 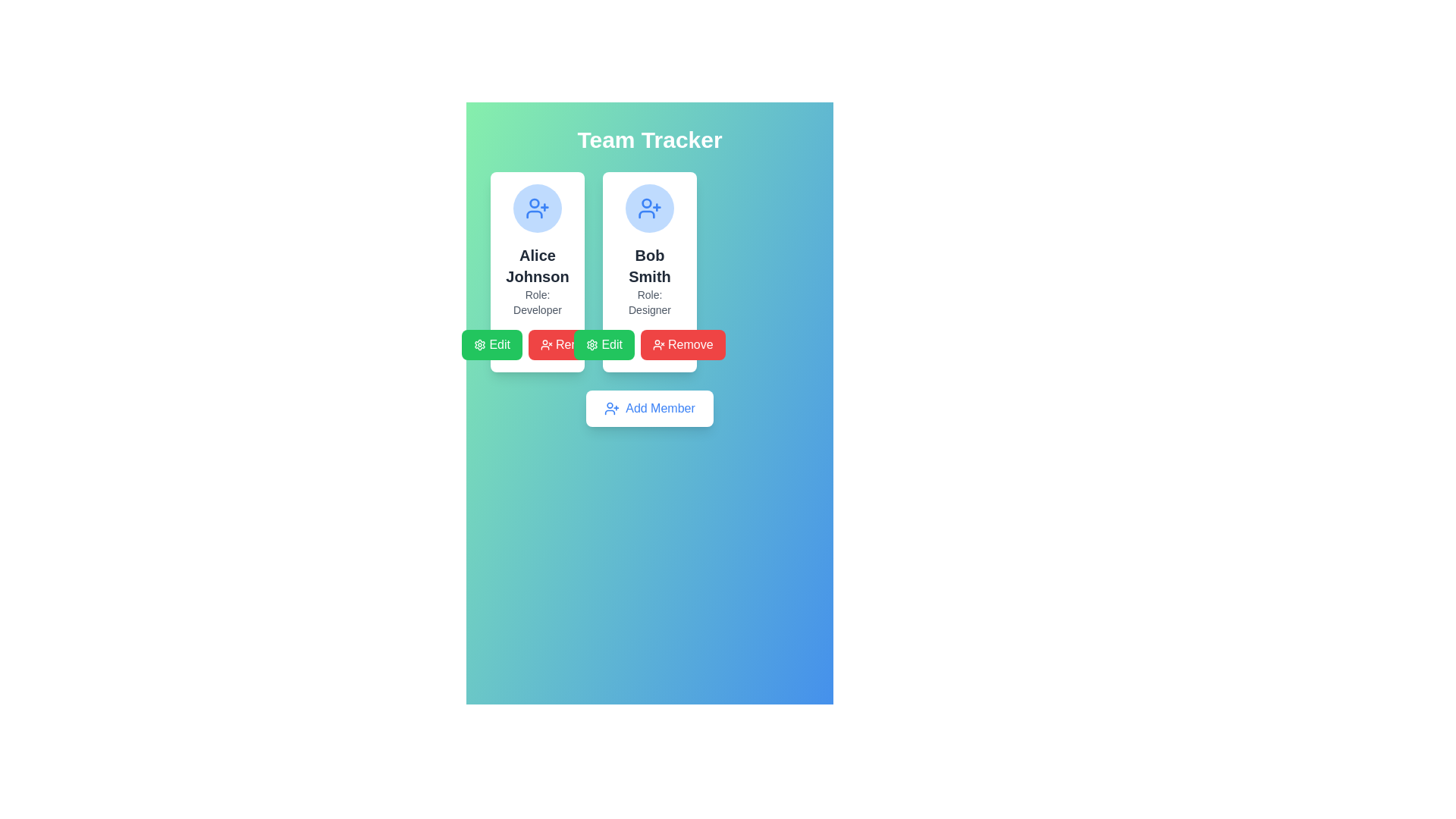 I want to click on the green 'Edit' button with rounded corners and a gear icon, so click(x=603, y=345).